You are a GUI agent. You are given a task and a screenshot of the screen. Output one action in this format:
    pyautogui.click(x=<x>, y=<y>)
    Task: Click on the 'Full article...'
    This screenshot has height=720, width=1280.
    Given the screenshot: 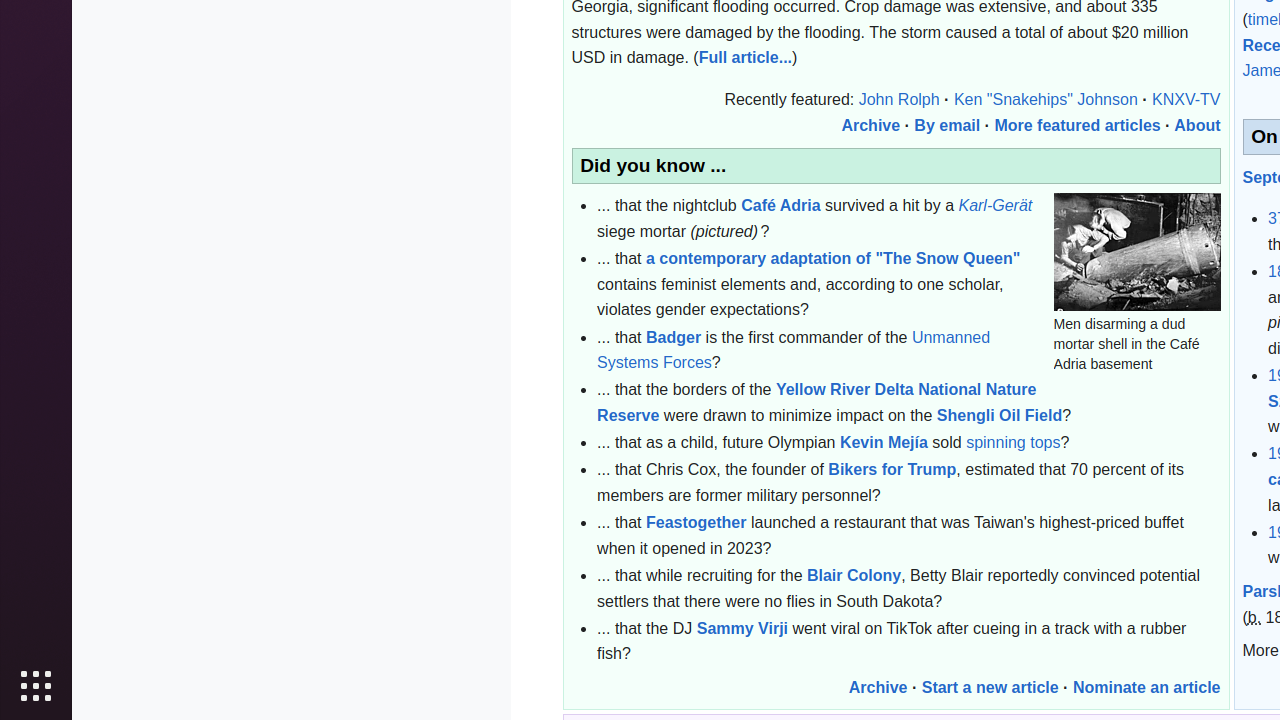 What is the action you would take?
    pyautogui.click(x=744, y=57)
    